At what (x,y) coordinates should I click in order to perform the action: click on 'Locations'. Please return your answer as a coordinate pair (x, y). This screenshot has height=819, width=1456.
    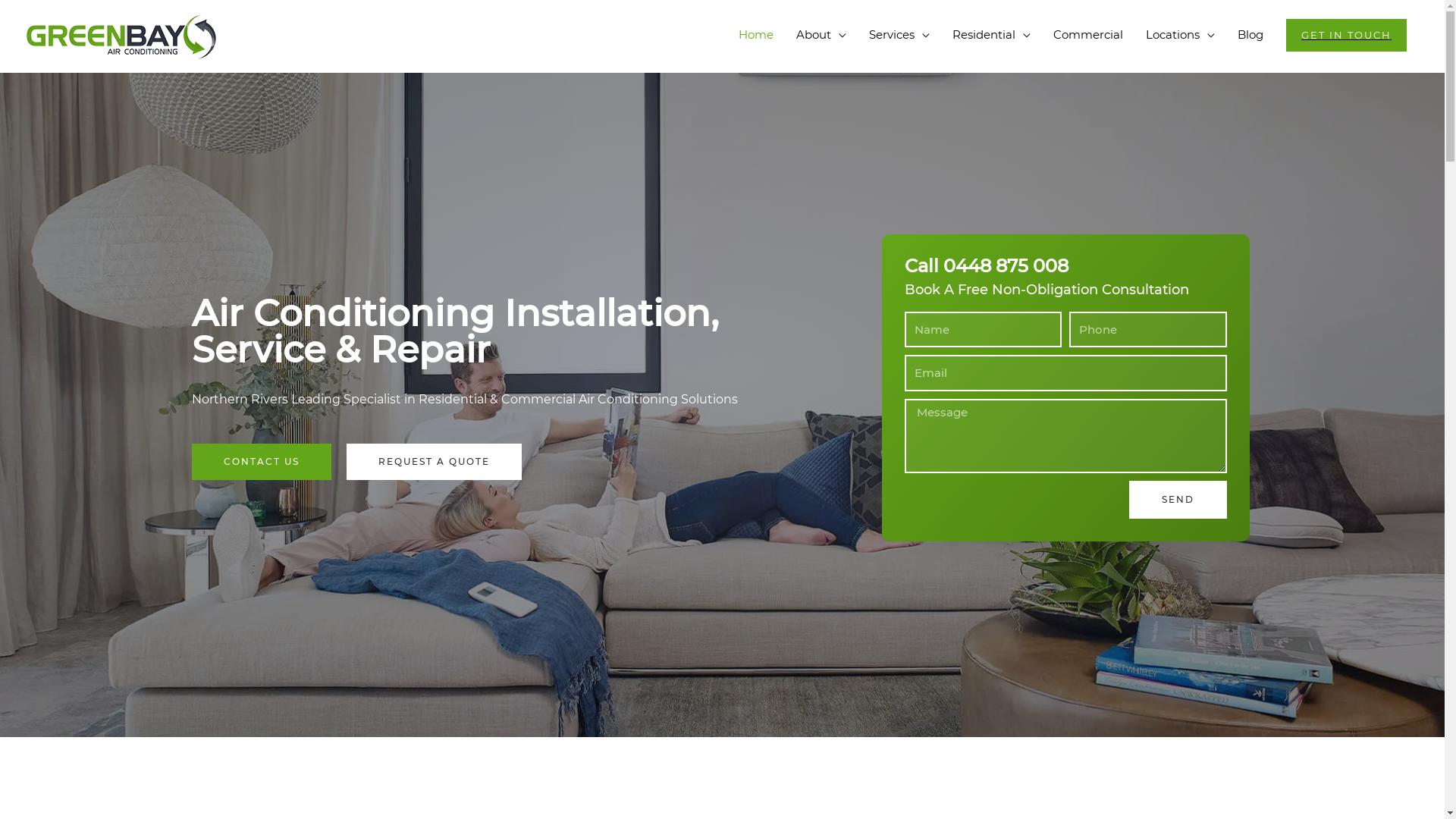
    Looking at the image, I should click on (1179, 34).